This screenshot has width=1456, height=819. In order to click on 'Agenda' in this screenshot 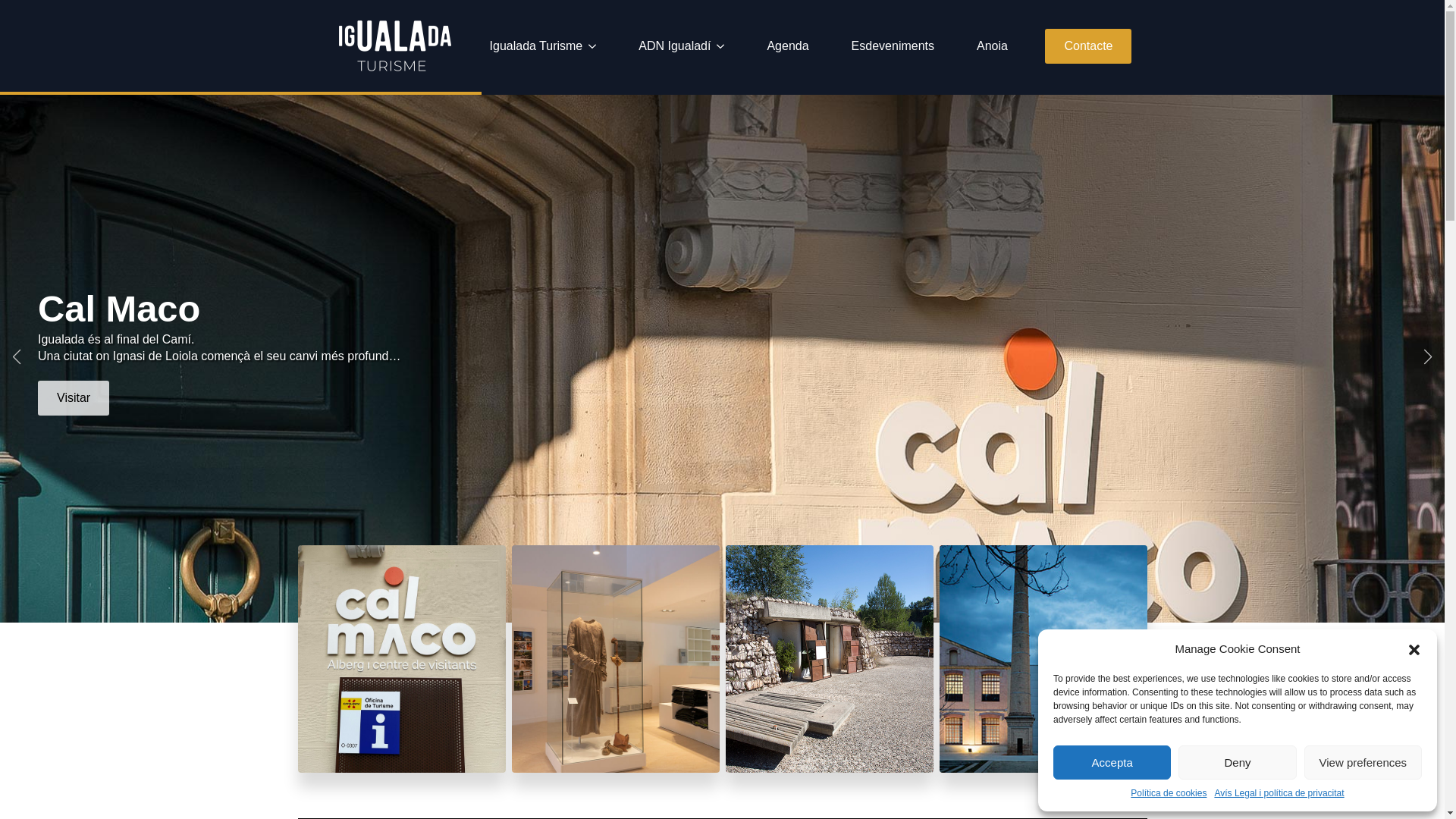, I will do `click(754, 45)`.